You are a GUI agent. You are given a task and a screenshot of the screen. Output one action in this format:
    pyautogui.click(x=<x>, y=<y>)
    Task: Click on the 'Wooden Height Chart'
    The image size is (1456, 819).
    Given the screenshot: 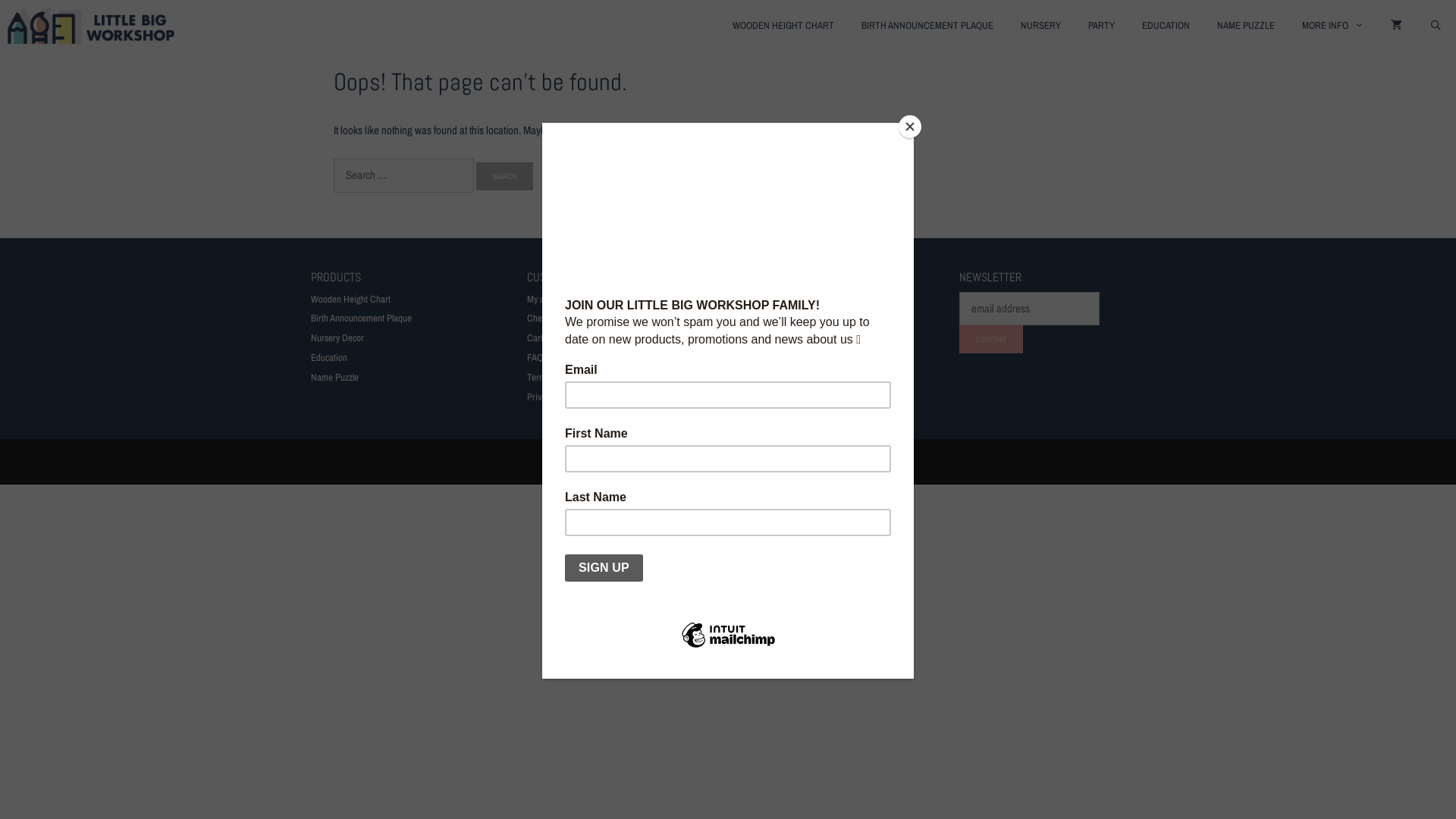 What is the action you would take?
    pyautogui.click(x=350, y=299)
    